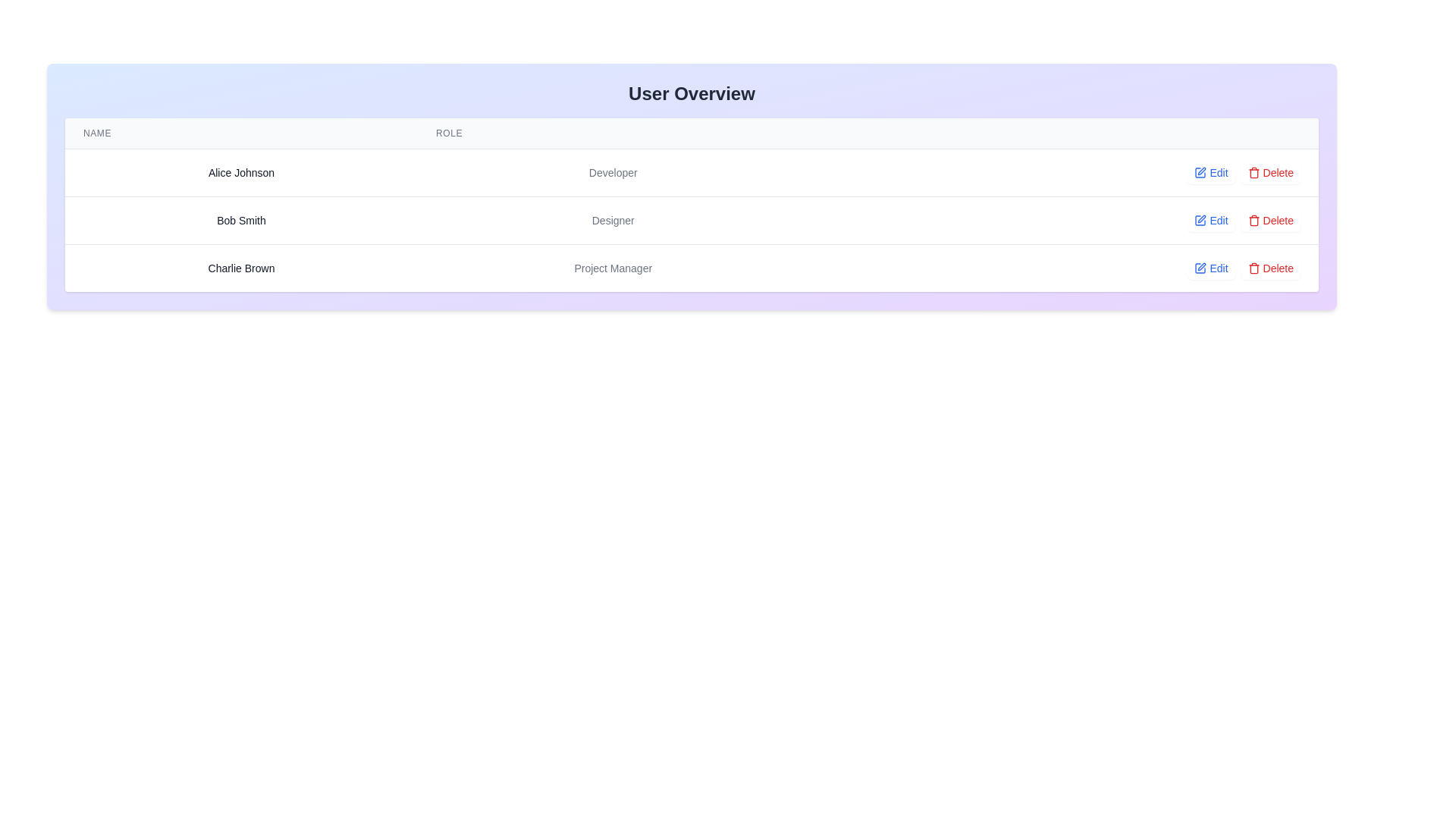 The width and height of the screenshot is (1456, 819). Describe the element at coordinates (691, 171) in the screenshot. I see `the first user entry row in the table using keyboard for accessibility, which displays the user's name and role, positioned below the table header and above the next entry for 'Bob Smith'` at that location.